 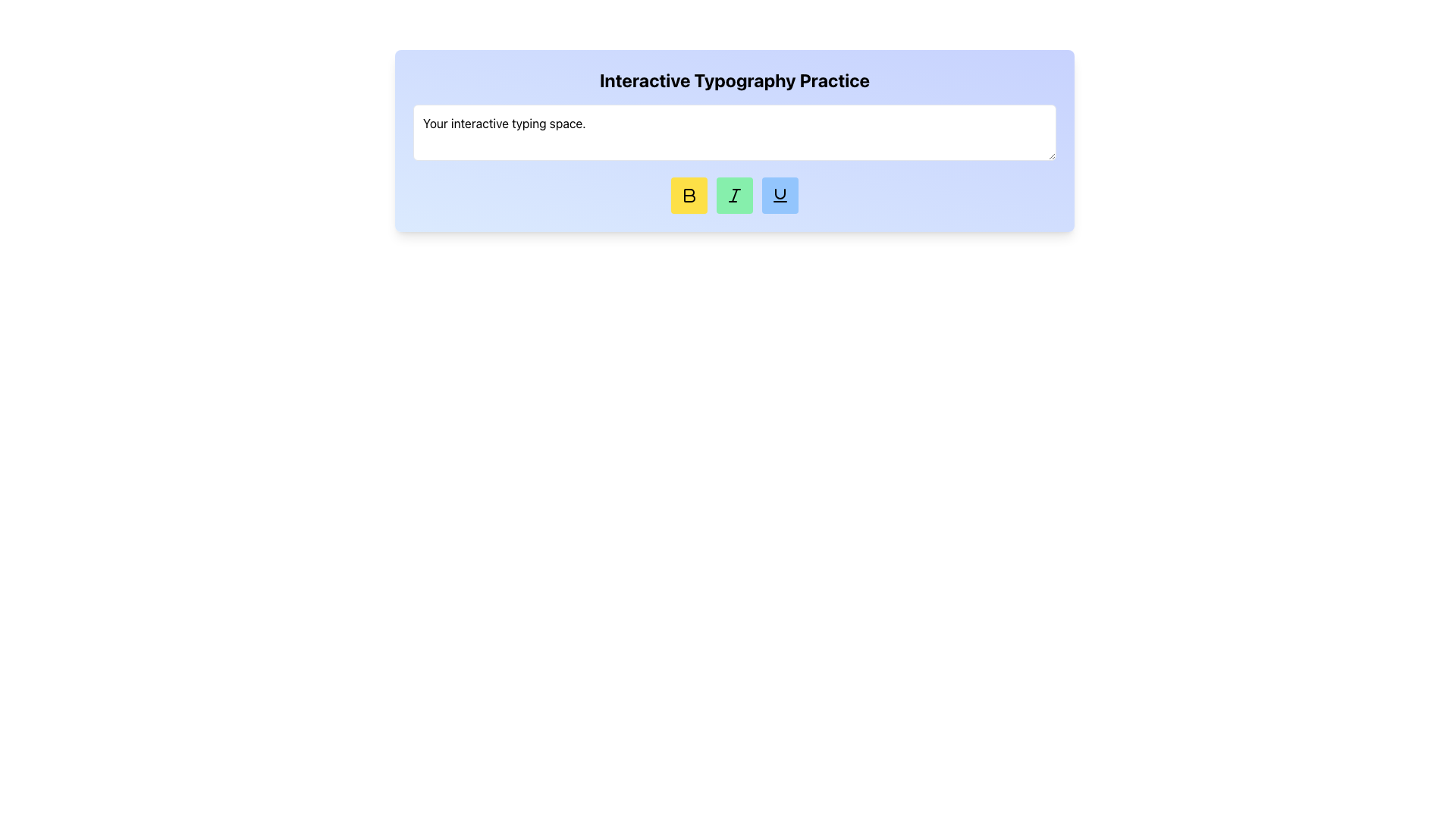 I want to click on the underline formatting icon in the blue button located at the middle-bottom section of the display area to change its appearance, so click(x=780, y=195).